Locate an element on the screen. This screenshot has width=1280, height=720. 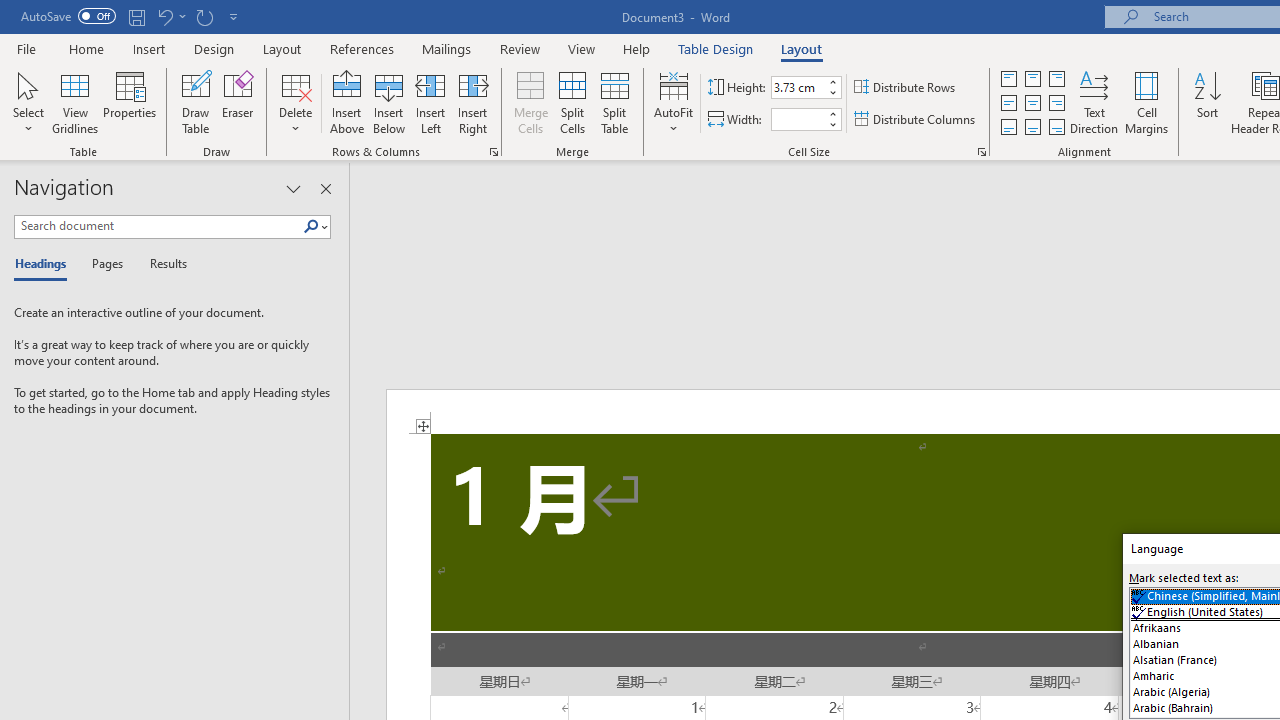
'Merge Cells' is located at coordinates (530, 103).